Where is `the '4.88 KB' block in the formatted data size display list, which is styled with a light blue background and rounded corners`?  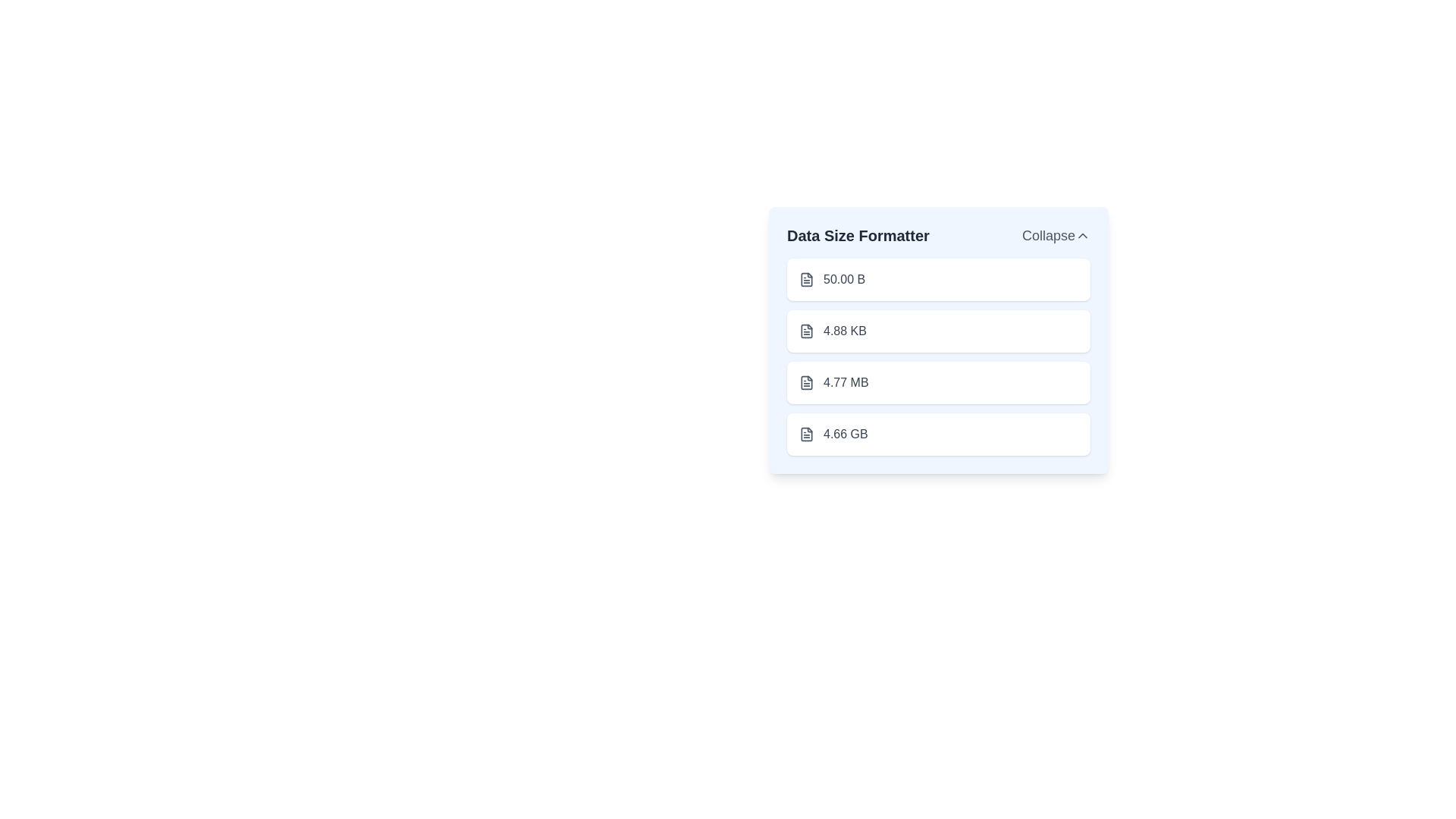 the '4.88 KB' block in the formatted data size display list, which is styled with a light blue background and rounded corners is located at coordinates (938, 339).